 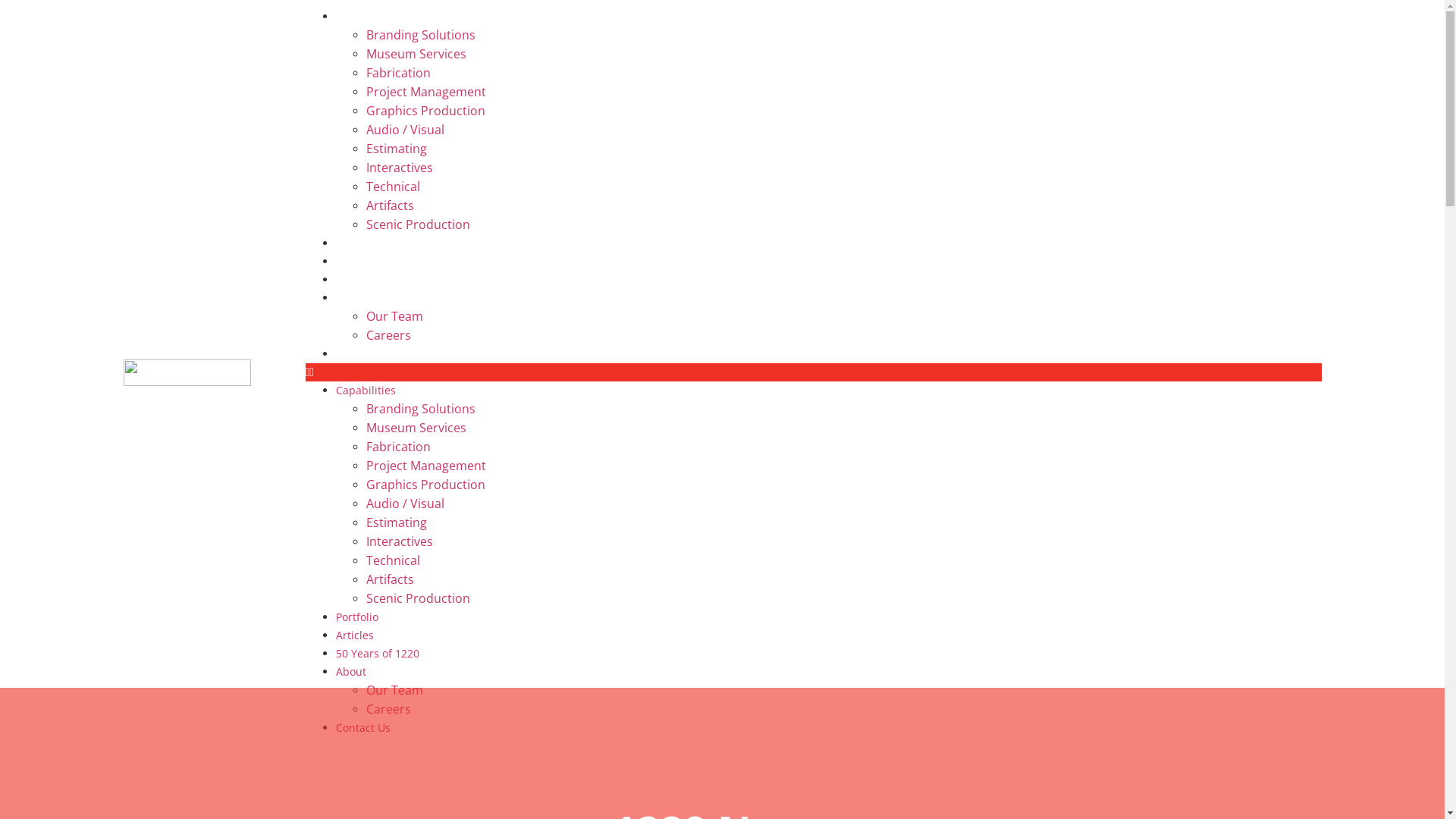 I want to click on '50 Years of 1220', so click(x=377, y=652).